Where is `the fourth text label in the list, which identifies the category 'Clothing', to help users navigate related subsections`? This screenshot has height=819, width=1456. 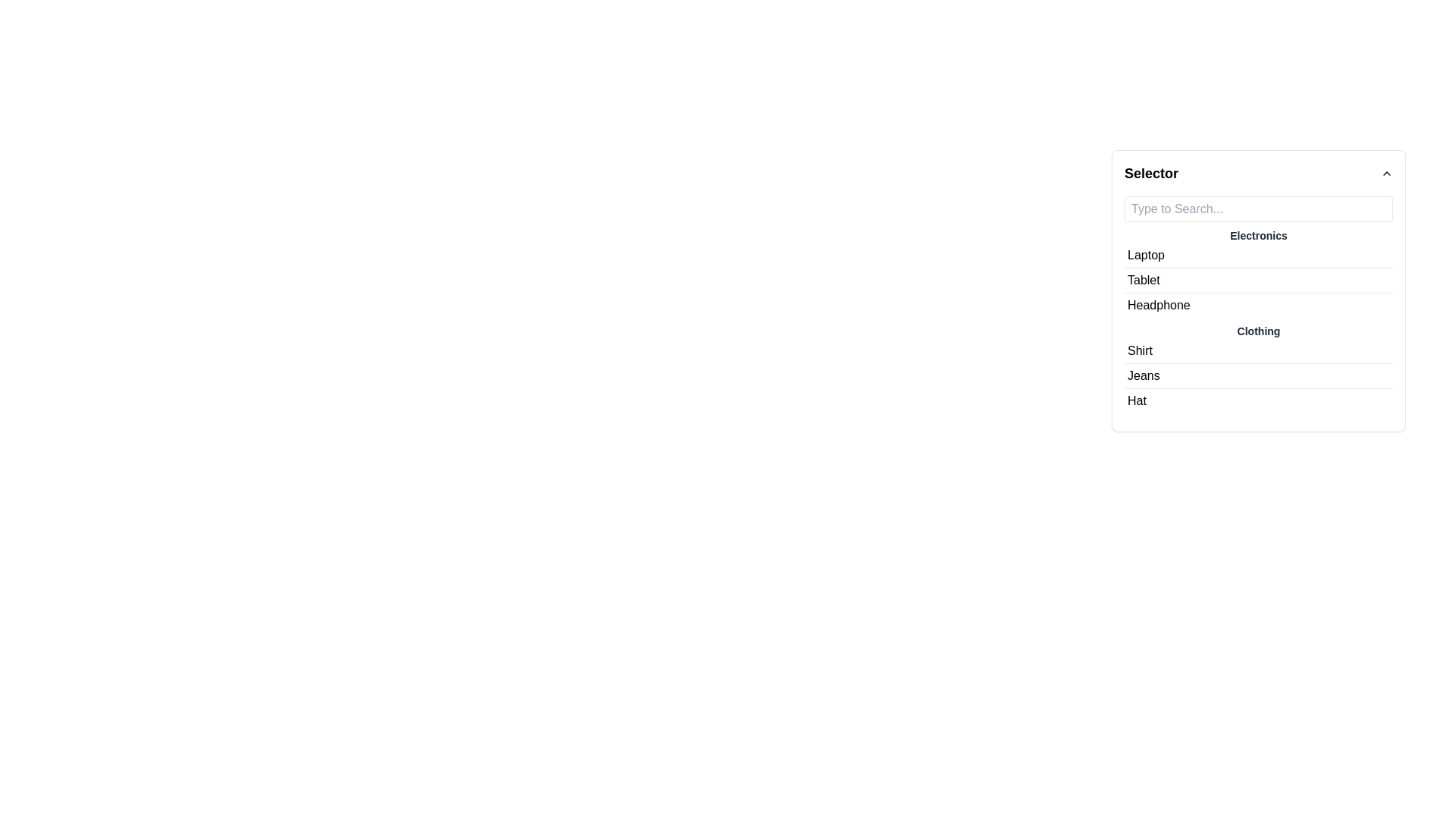 the fourth text label in the list, which identifies the category 'Clothing', to help users navigate related subsections is located at coordinates (1259, 320).